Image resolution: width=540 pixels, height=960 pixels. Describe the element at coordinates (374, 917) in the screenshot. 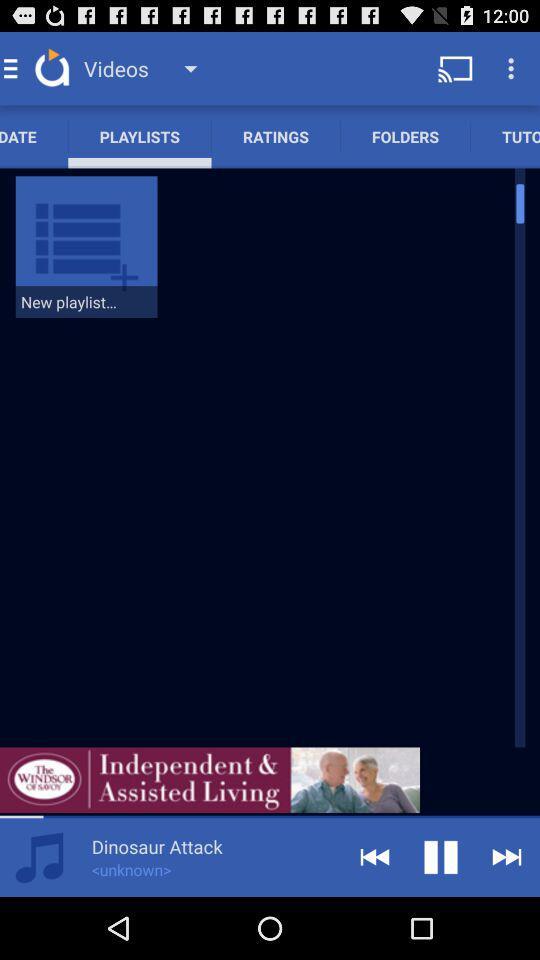

I see `the av_rewind icon` at that location.